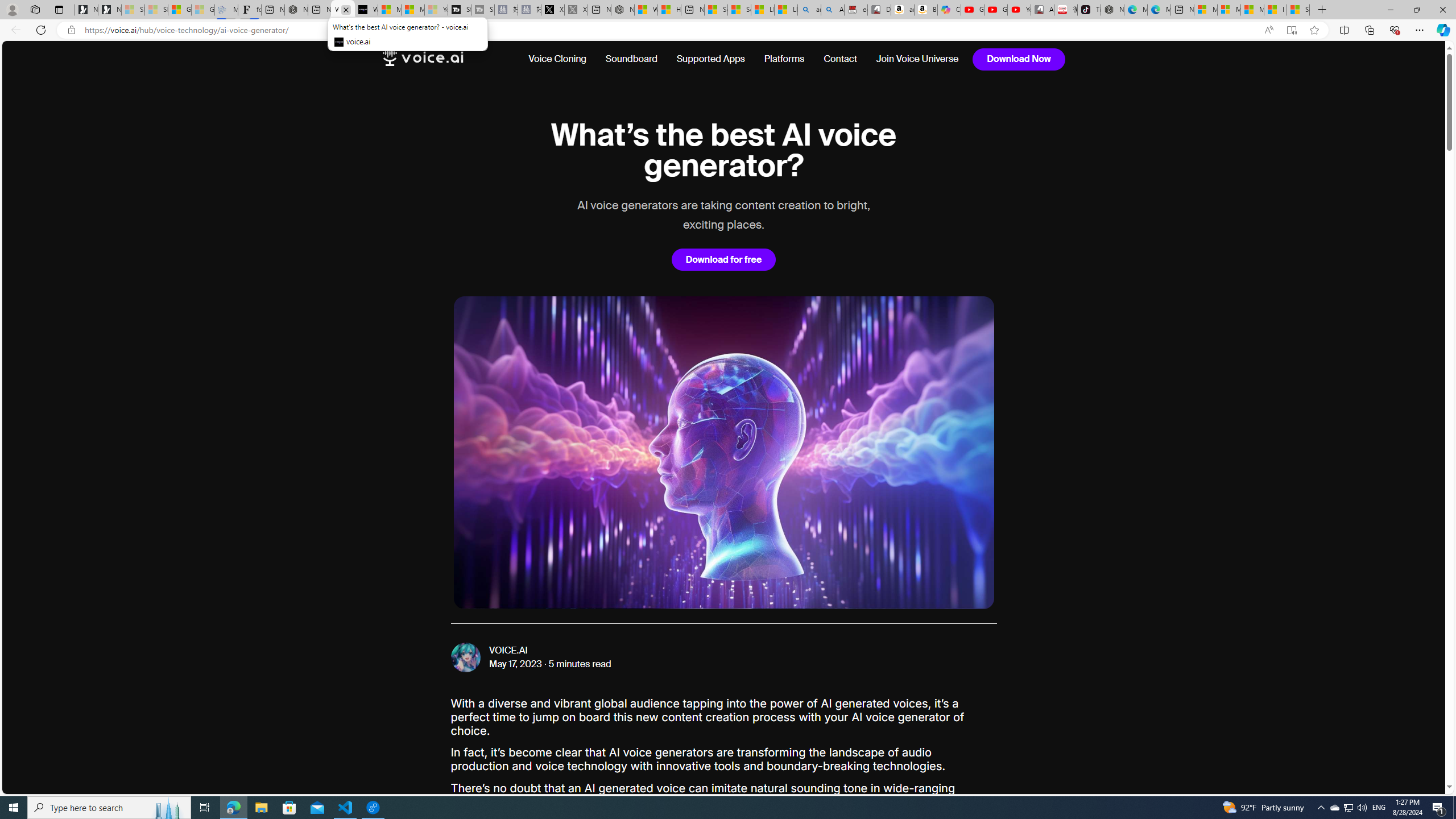 This screenshot has height=819, width=1456. I want to click on 'Download for free', so click(723, 259).